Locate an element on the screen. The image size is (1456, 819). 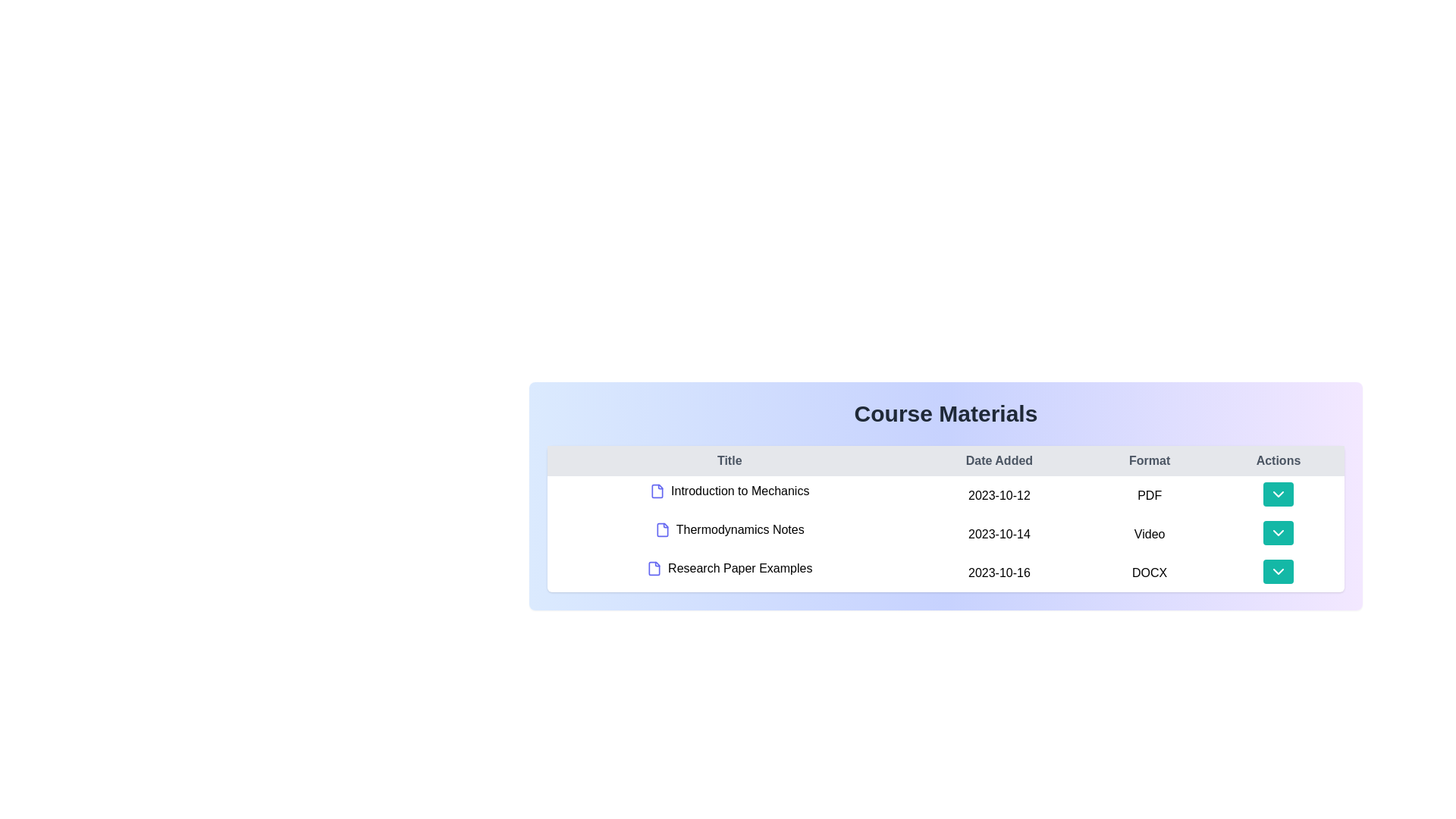
the indigo file icon located in the 'Course Materials' table, adjacent to the text 'Introduction to Mechanics' is located at coordinates (657, 491).